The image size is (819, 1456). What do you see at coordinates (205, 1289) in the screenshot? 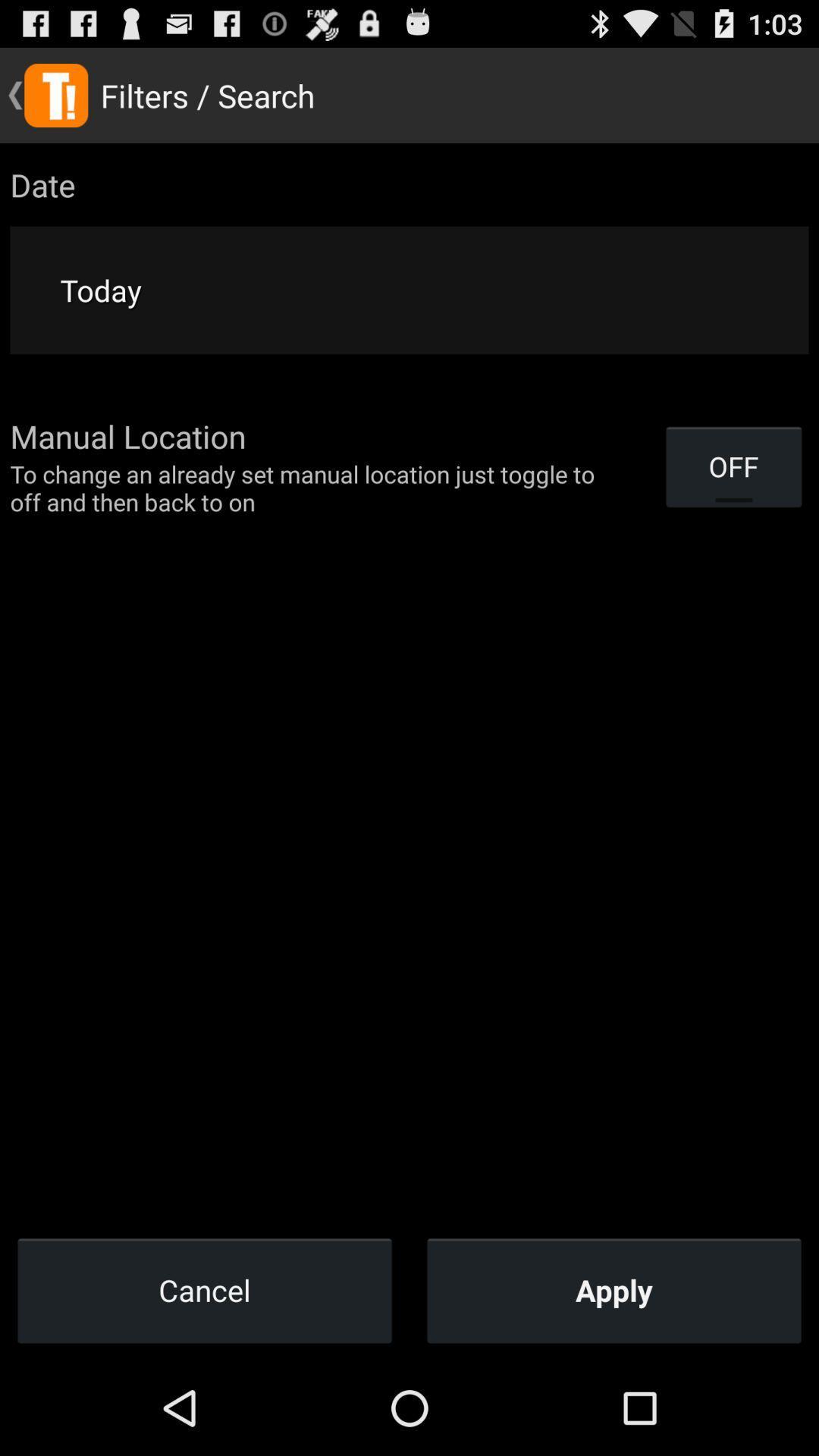
I see `item next to apply item` at bounding box center [205, 1289].